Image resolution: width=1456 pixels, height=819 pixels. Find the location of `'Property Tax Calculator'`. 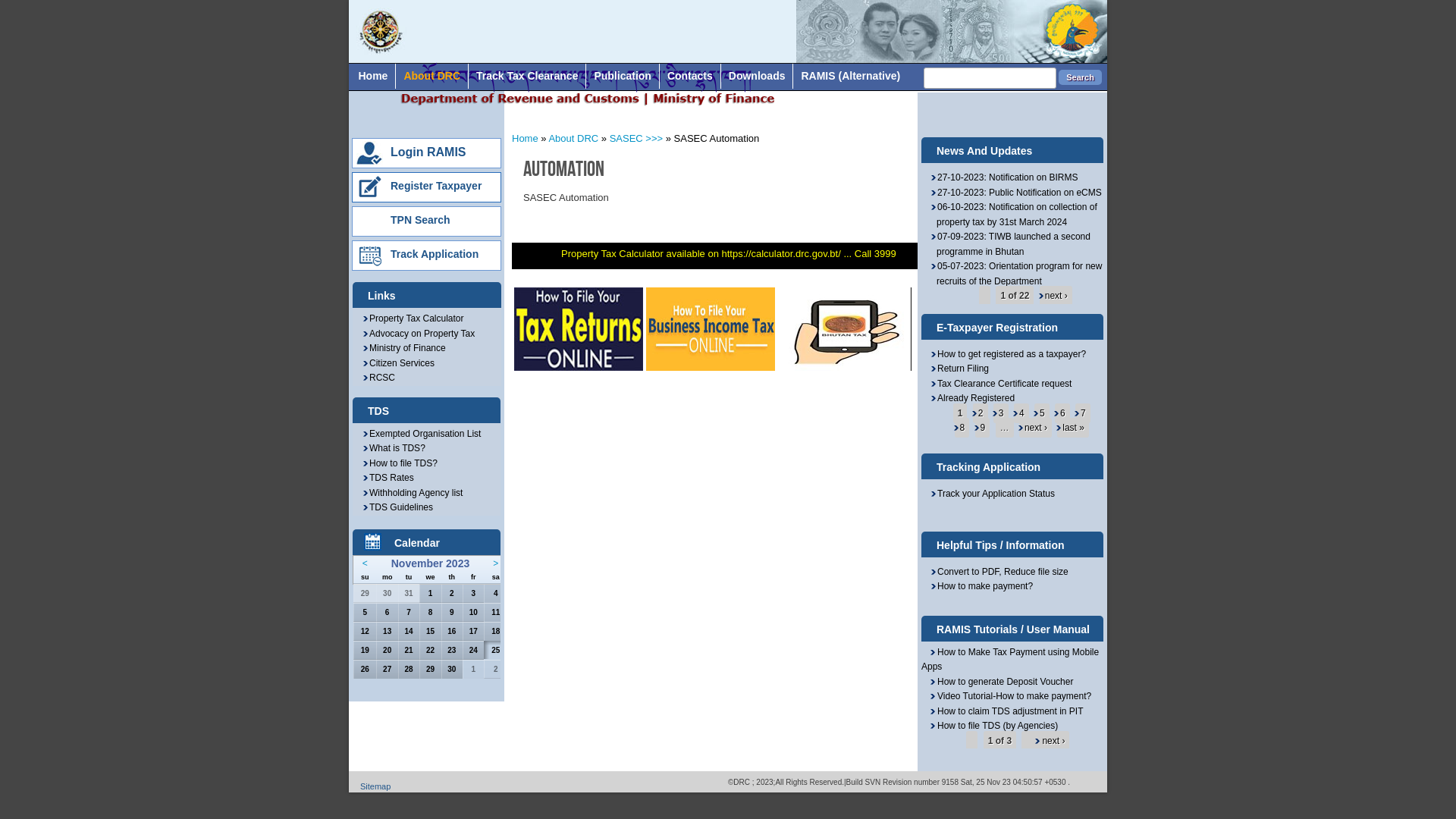

'Property Tax Calculator' is located at coordinates (360, 318).